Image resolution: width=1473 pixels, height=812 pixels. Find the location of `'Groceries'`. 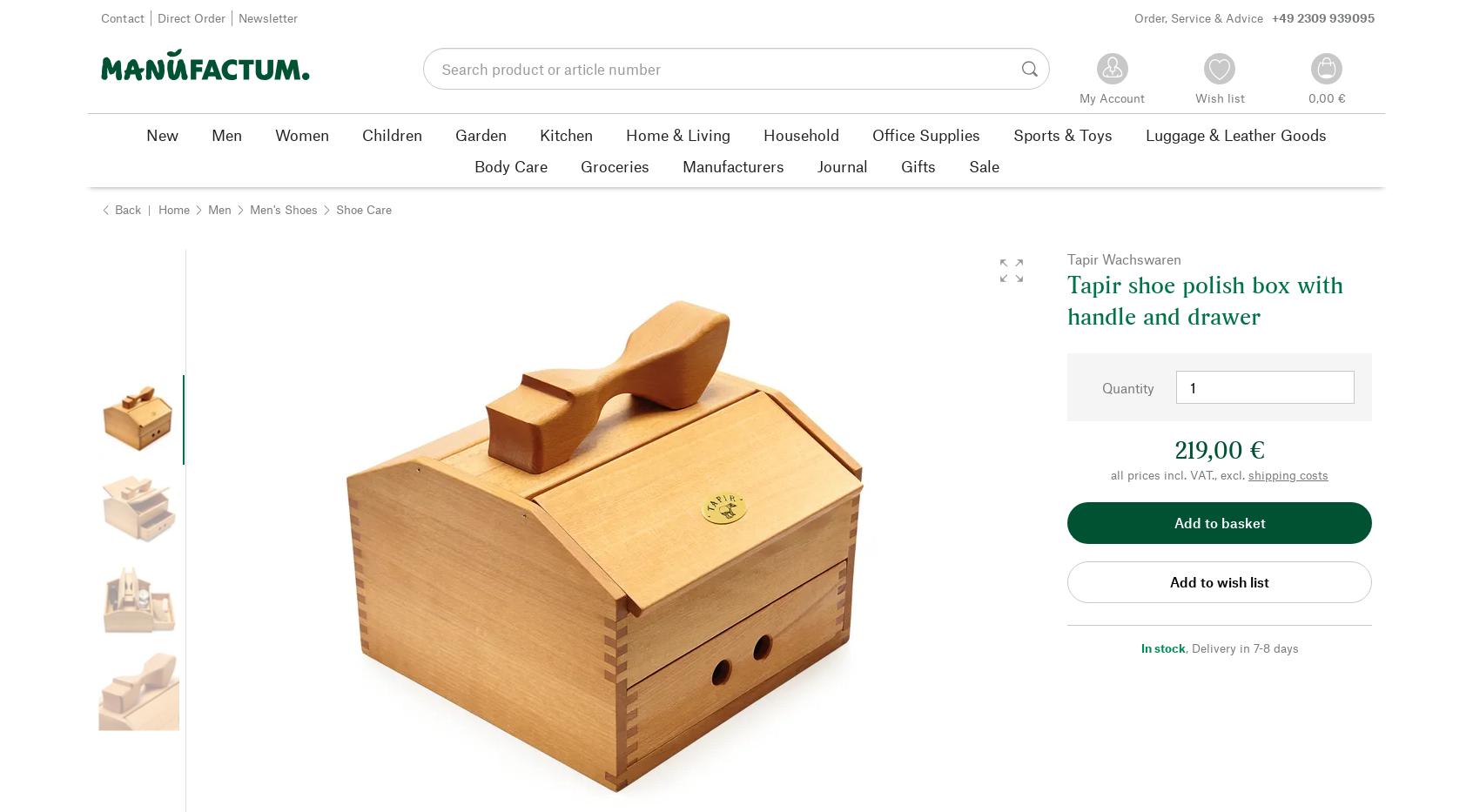

'Groceries' is located at coordinates (614, 164).